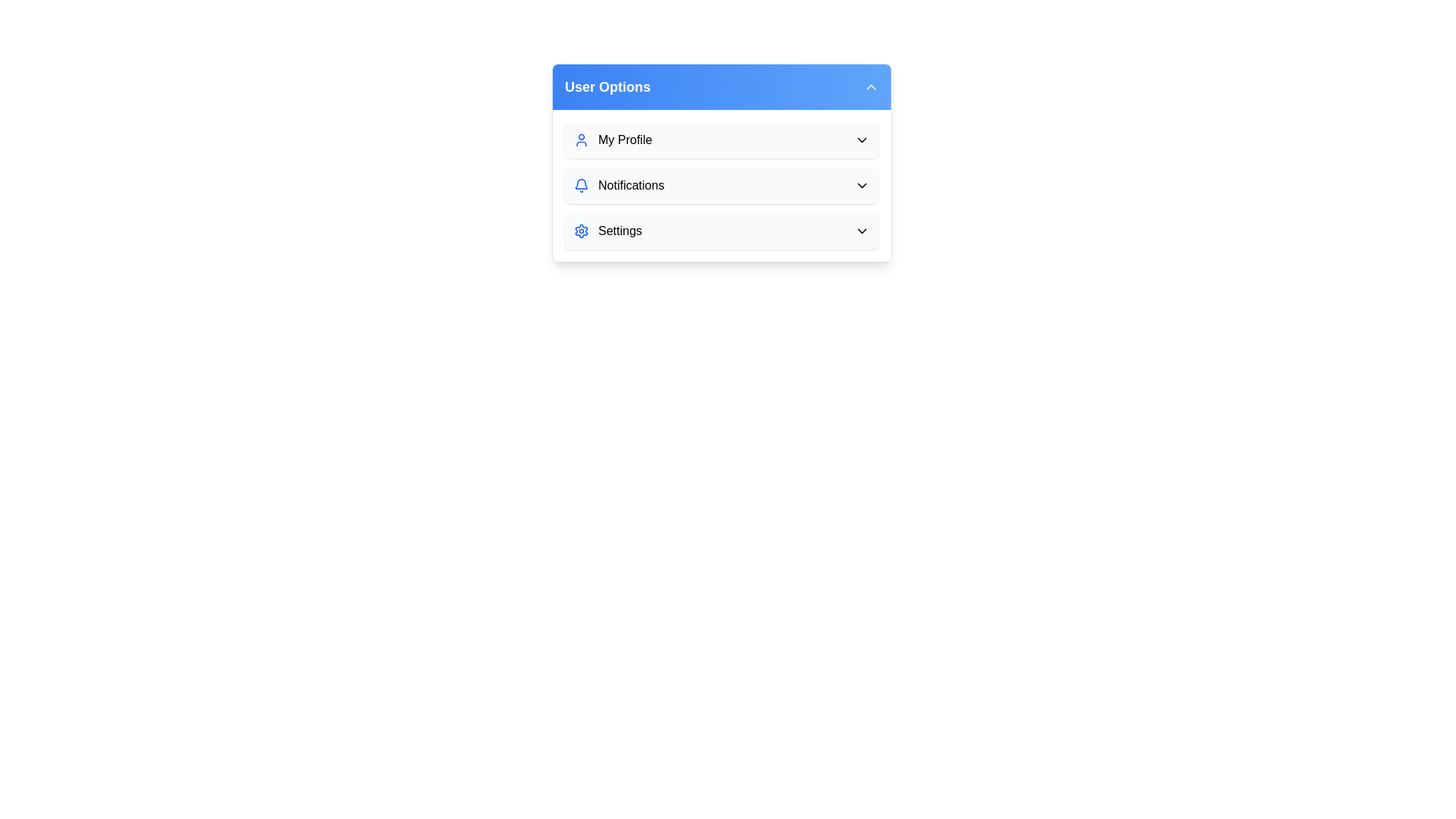 The height and width of the screenshot is (819, 1456). What do you see at coordinates (581, 231) in the screenshot?
I see `the settings icon located at the bottom of the 'User Options' panel, which is the first item in a horizontal grouping followed by the text 'Settings'` at bounding box center [581, 231].